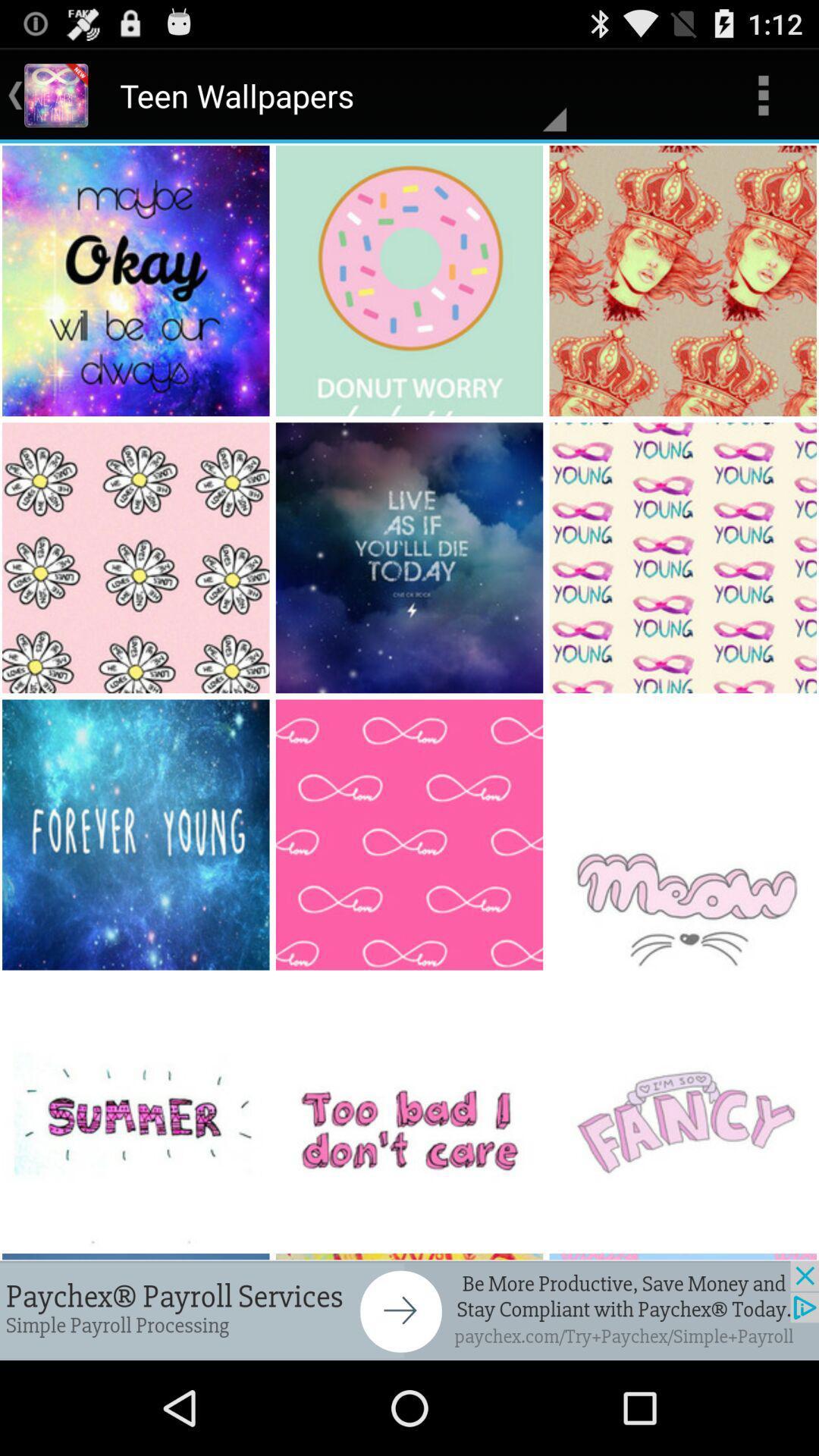 Image resolution: width=819 pixels, height=1456 pixels. What do you see at coordinates (763, 94) in the screenshot?
I see `the button which is at the top right corner of the page` at bounding box center [763, 94].